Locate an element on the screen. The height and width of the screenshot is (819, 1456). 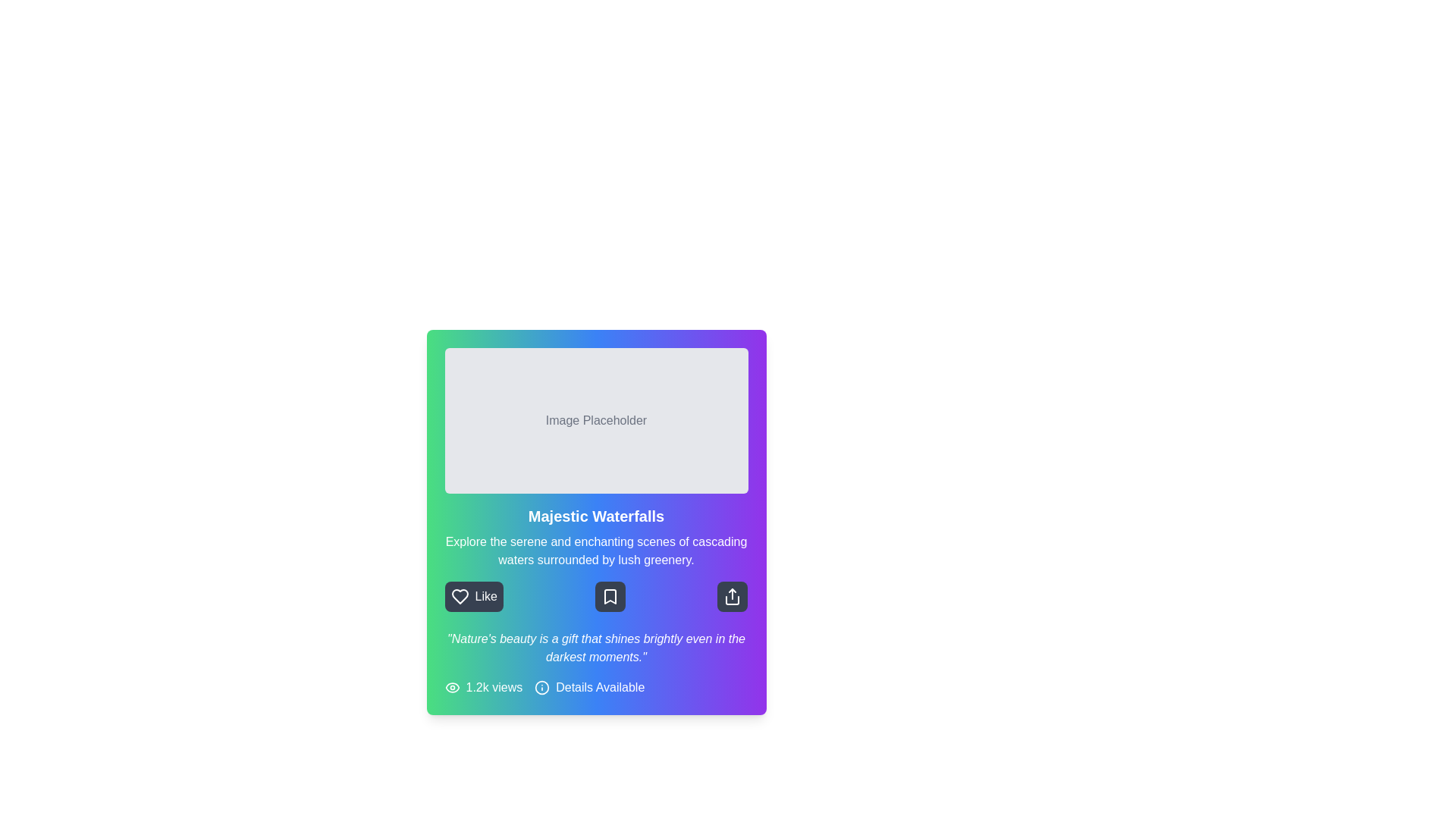
the small, square button with rounded corners that has a dark gray background and a white bookmark icon is located at coordinates (610, 595).